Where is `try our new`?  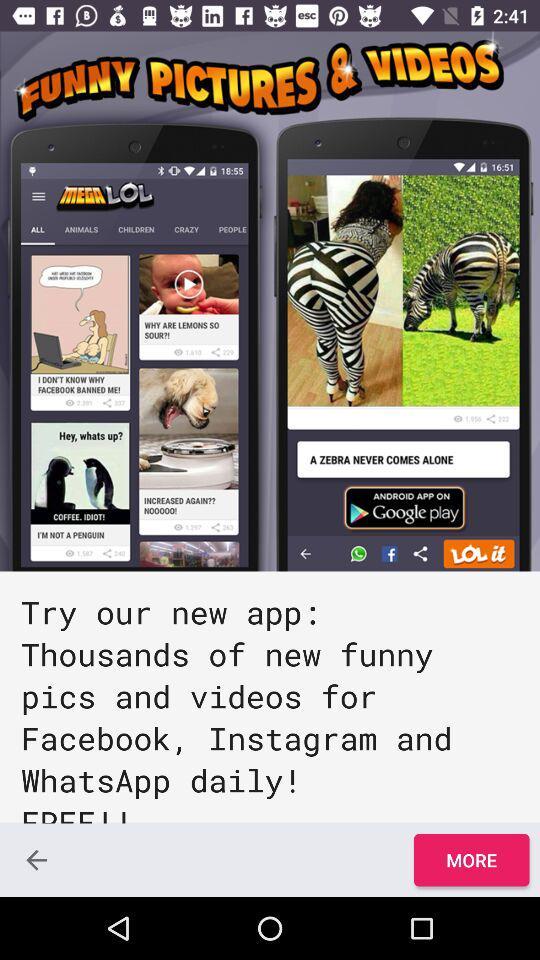 try our new is located at coordinates (270, 697).